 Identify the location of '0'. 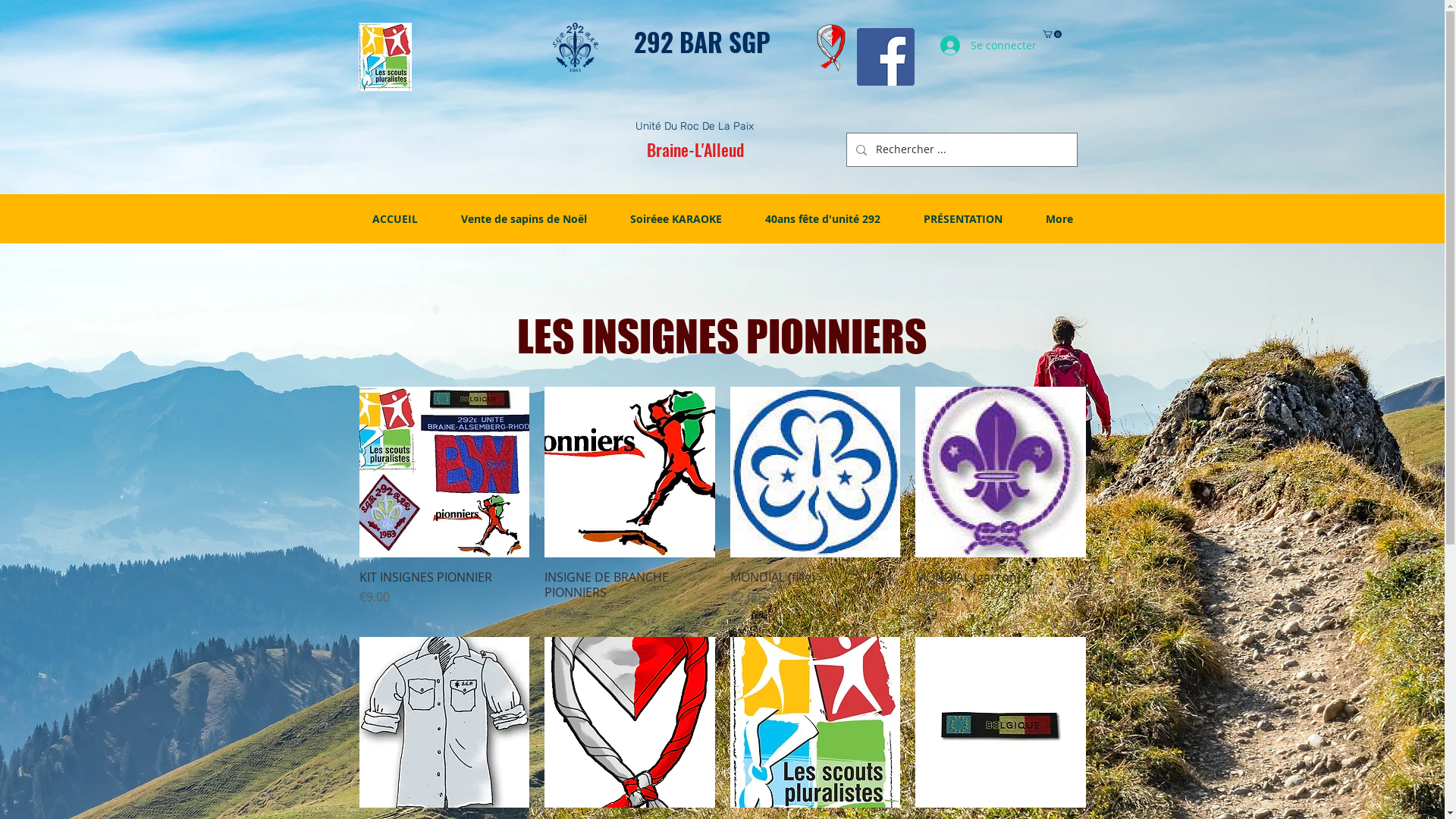
(1050, 34).